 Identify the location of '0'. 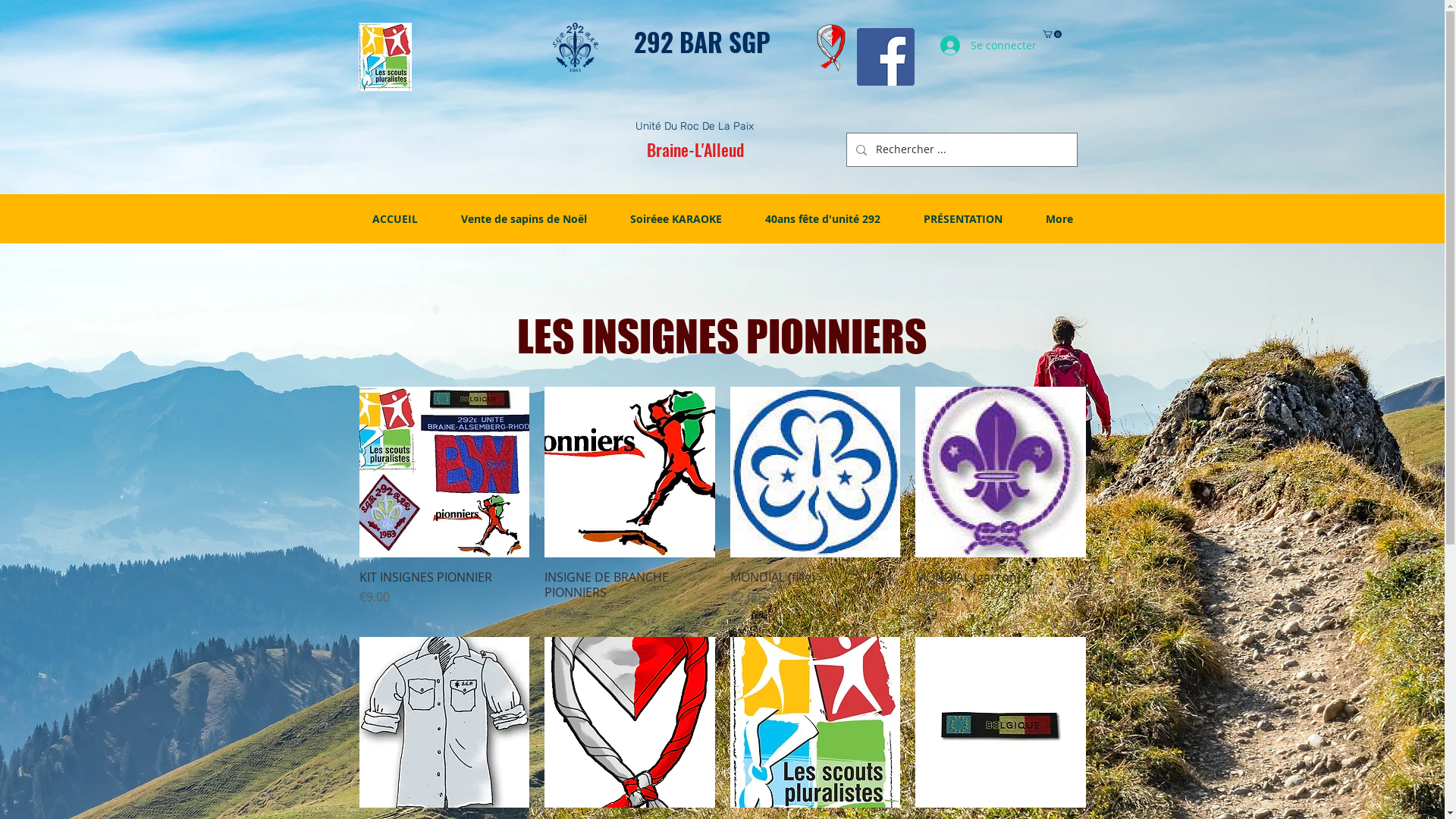
(1050, 34).